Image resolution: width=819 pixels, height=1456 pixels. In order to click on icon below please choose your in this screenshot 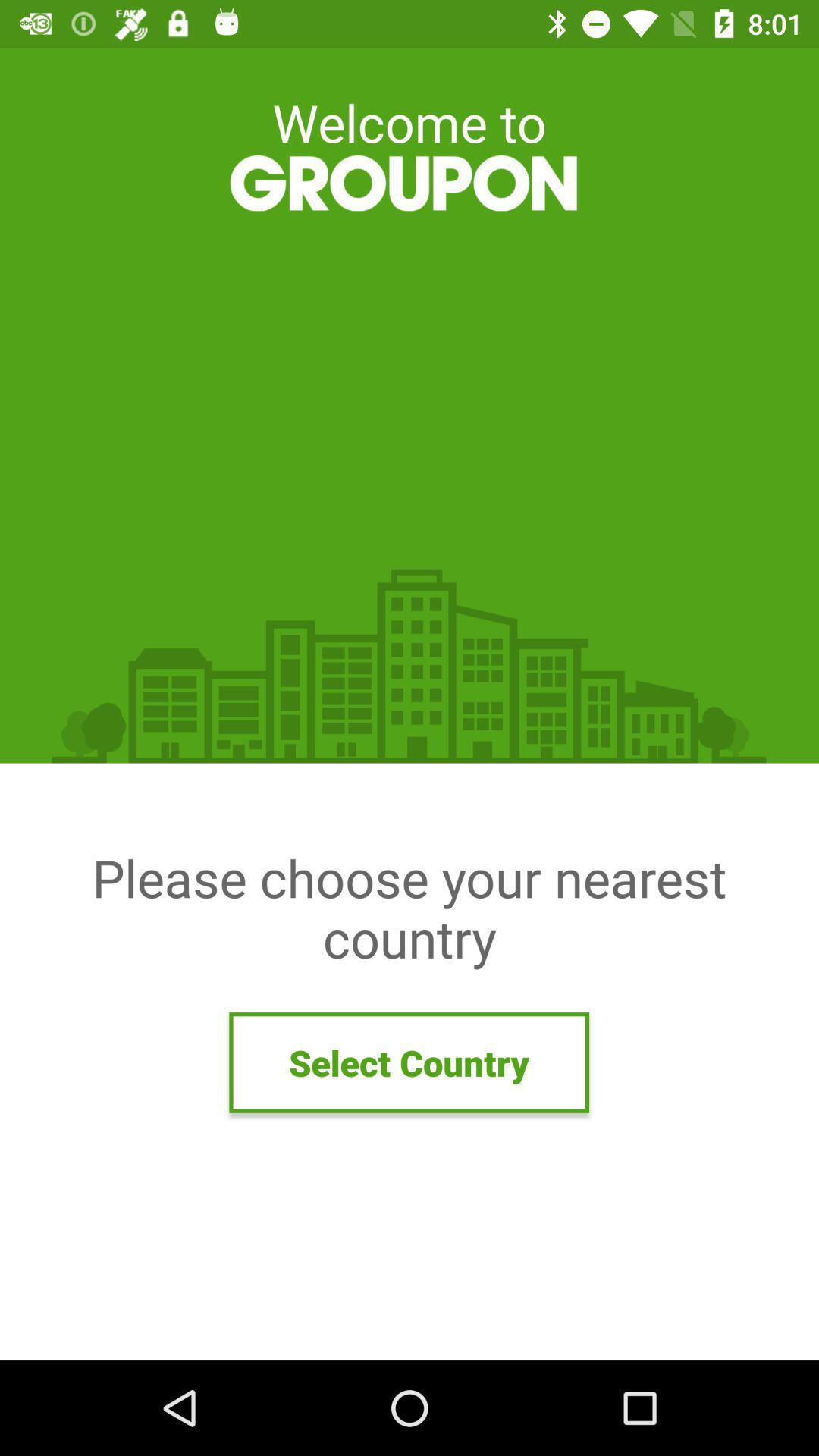, I will do `click(408, 1062)`.